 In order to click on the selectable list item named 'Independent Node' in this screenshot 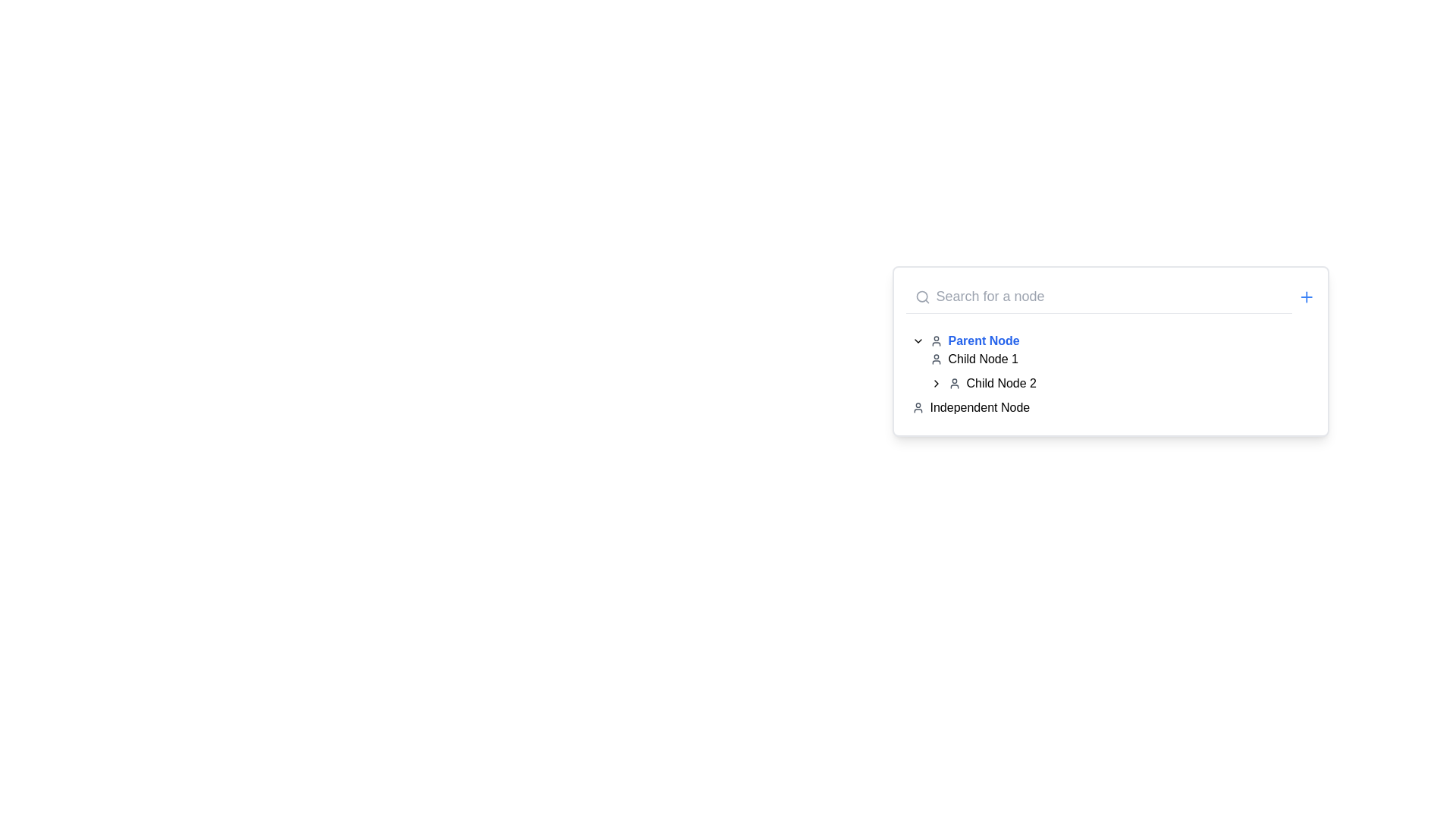, I will do `click(980, 406)`.